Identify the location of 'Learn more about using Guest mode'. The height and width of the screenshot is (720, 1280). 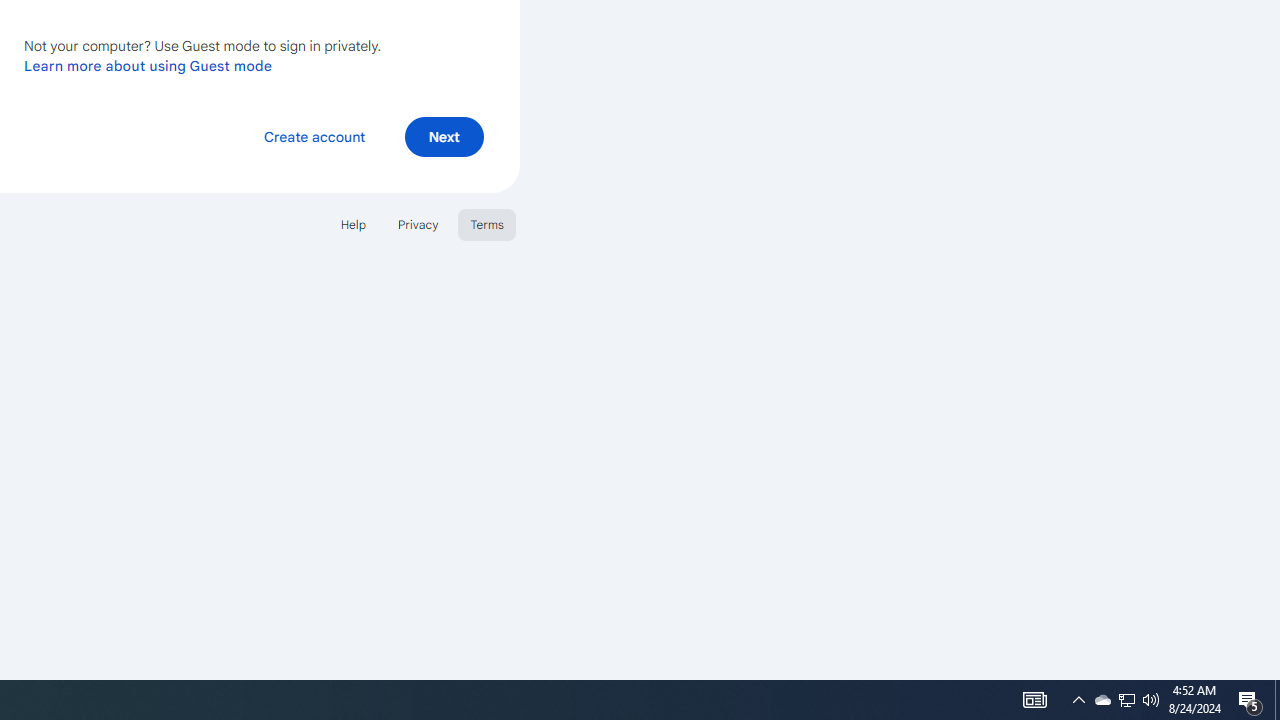
(147, 64).